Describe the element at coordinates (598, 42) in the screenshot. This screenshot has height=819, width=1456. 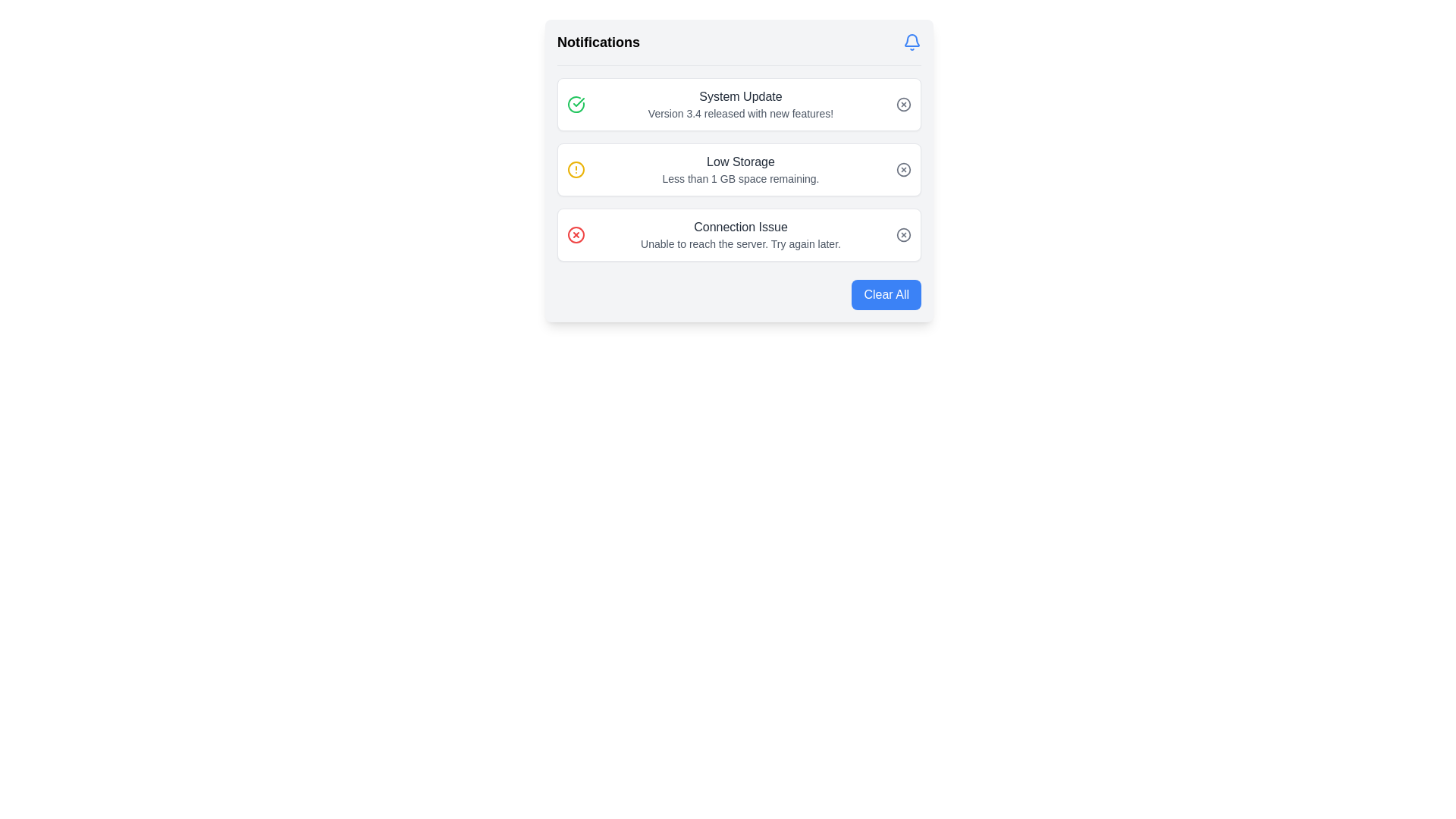
I see `the bold 'Notifications' text label located at the top-left area of the notification card interface` at that location.